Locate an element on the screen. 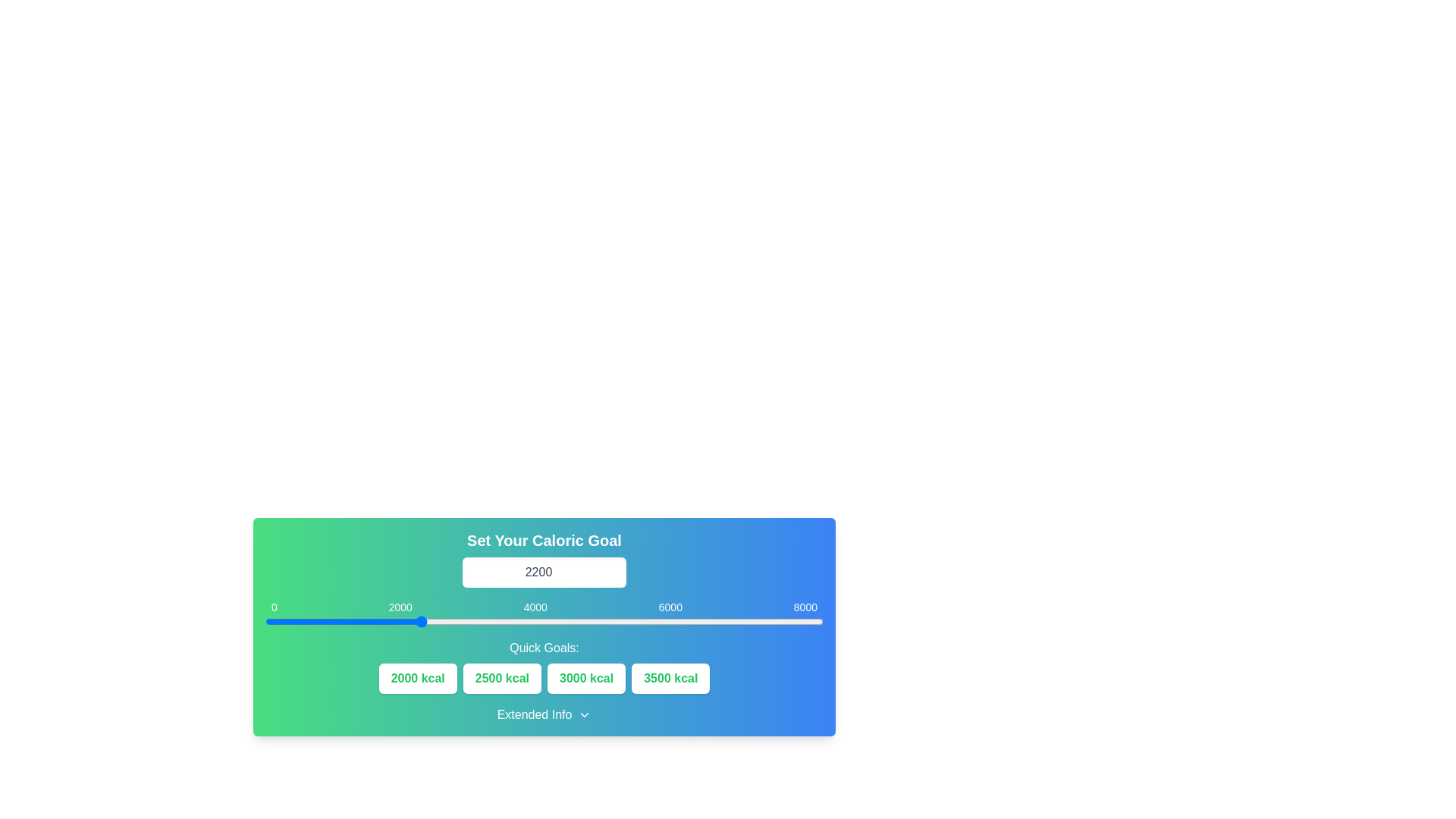 The height and width of the screenshot is (819, 1456). the Interactive and Display Panel for caloric goal settings to receive interactive feedback is located at coordinates (544, 626).